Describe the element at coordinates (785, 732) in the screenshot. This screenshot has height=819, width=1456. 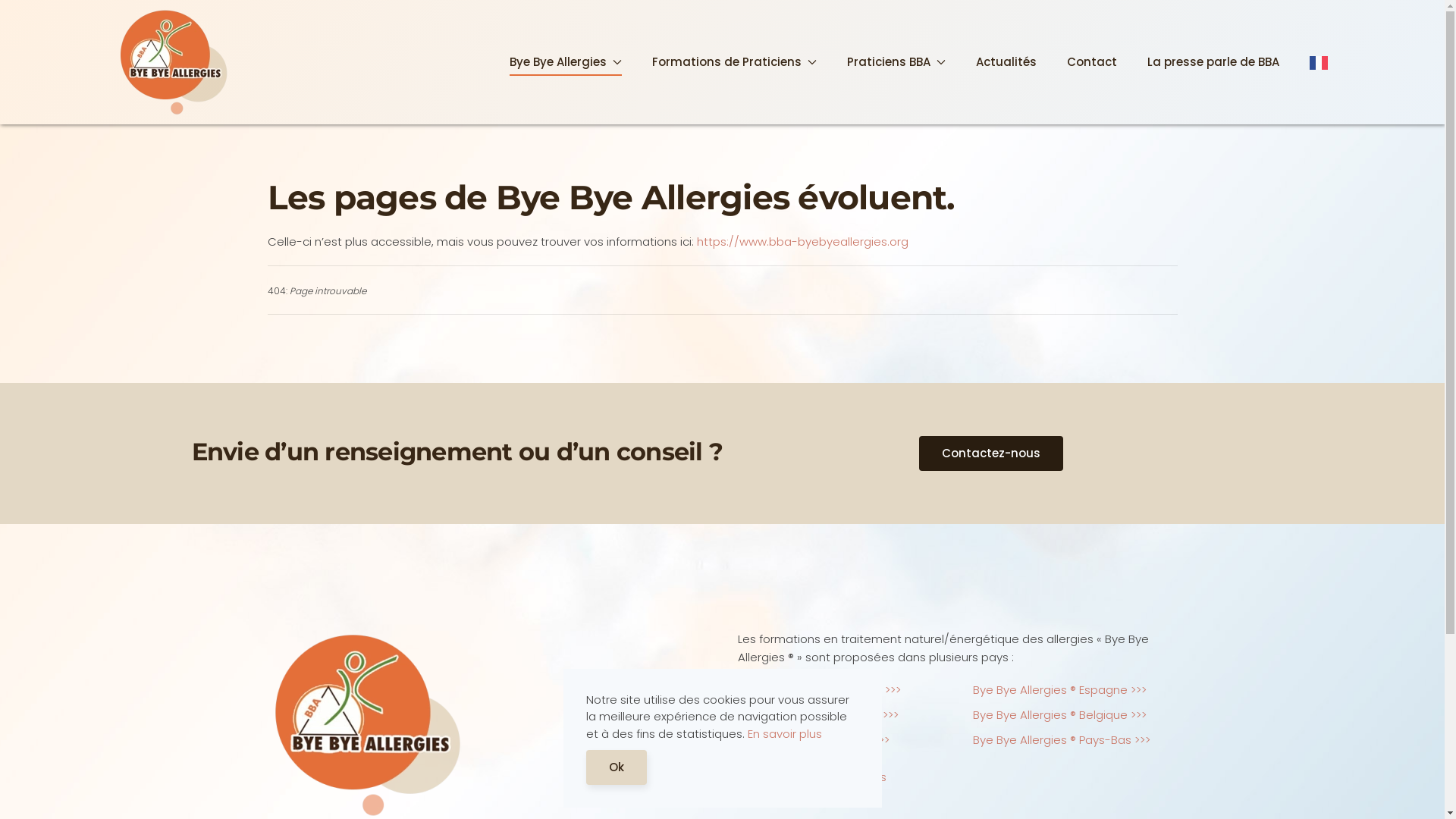
I see `'En savoir plus'` at that location.